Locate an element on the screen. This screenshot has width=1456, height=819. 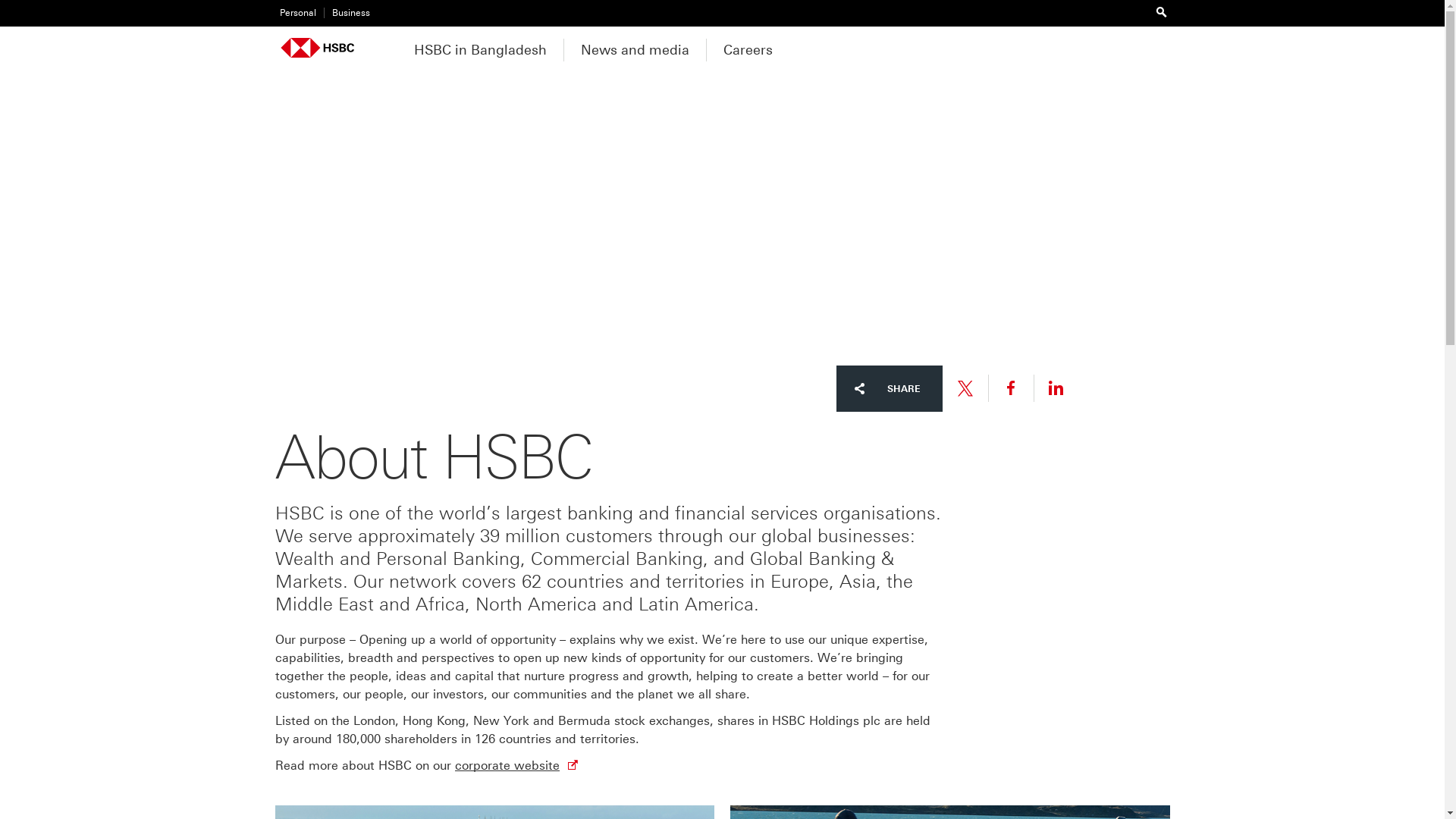
'Careers' is located at coordinates (704, 46).